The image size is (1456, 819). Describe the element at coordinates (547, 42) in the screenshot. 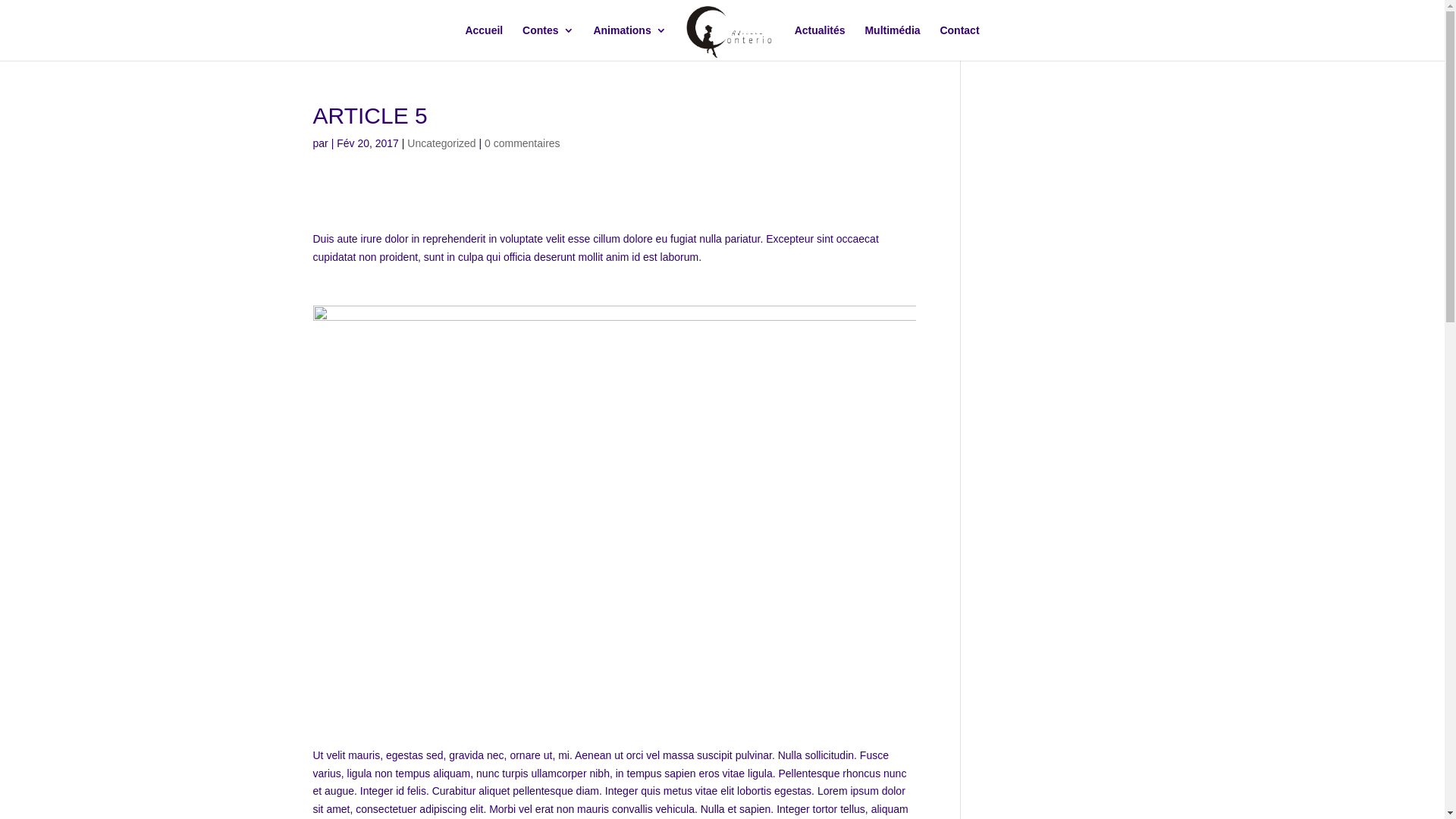

I see `'Contes'` at that location.